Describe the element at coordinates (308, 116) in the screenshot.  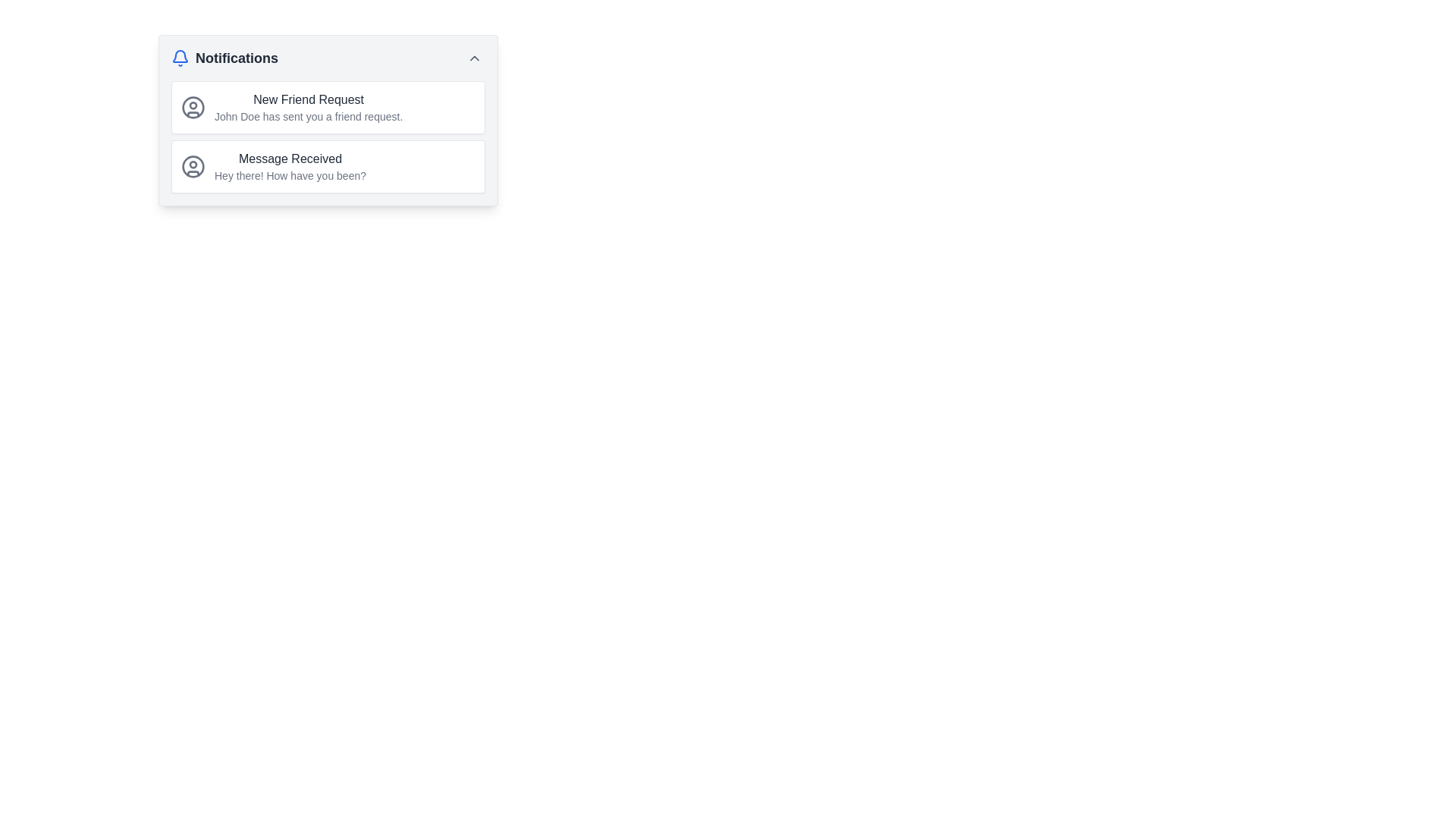
I see `message 'John Doe has sent you a friend request.' which is a text label styled with a smaller font and gray color, located beneath the 'New Friend Request' title in the Notifications section` at that location.